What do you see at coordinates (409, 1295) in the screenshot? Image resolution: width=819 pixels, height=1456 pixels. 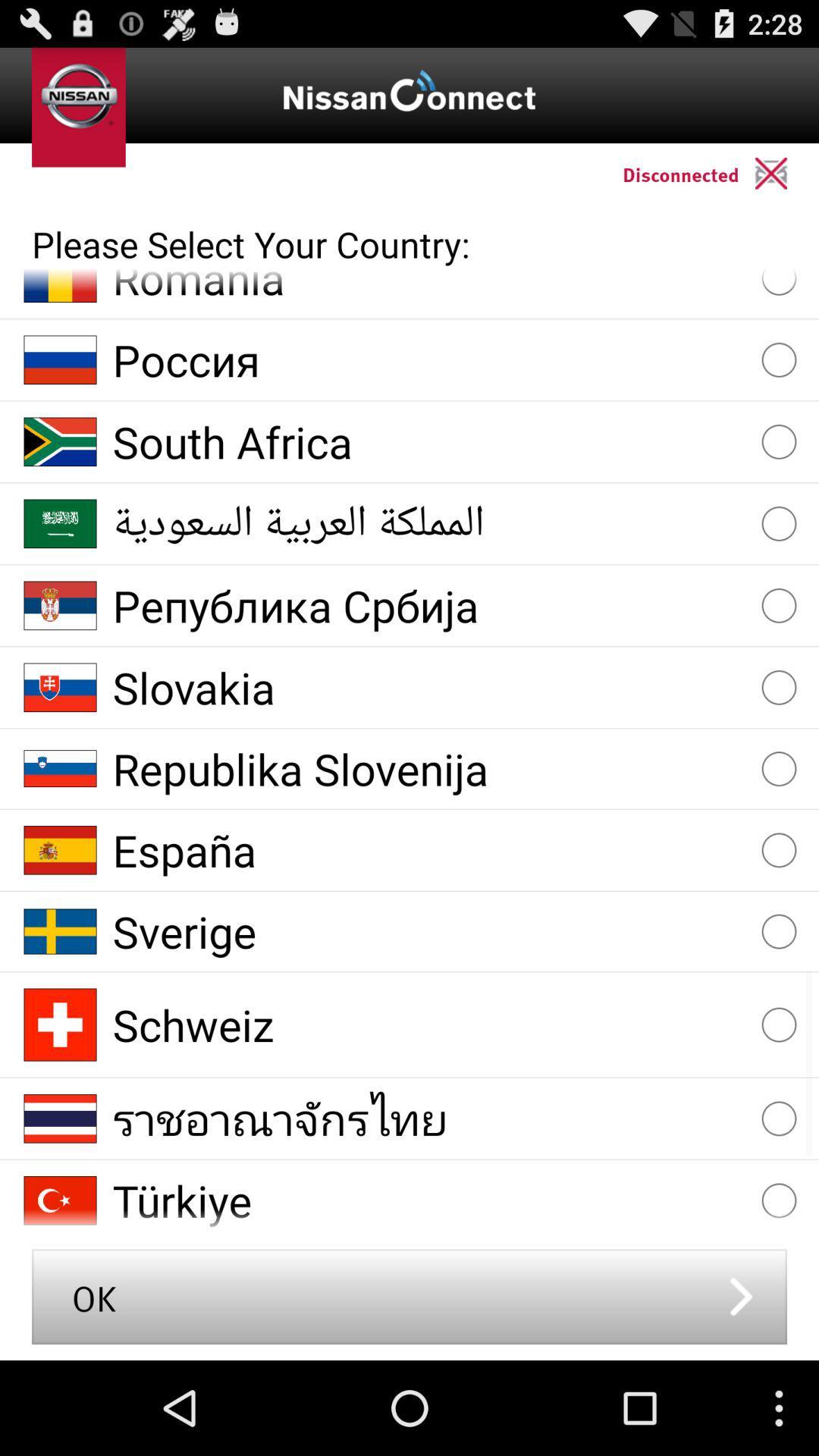 I see `ok icon` at bounding box center [409, 1295].